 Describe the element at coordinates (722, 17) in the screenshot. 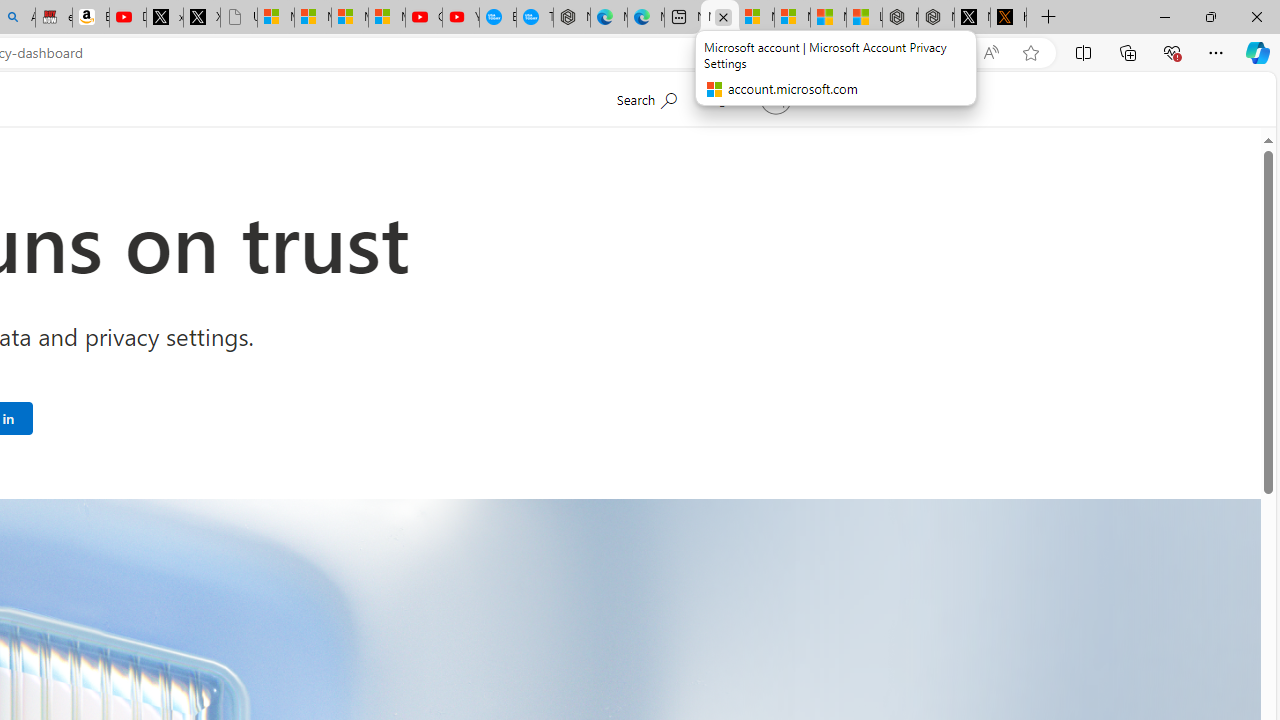

I see `'Close tab'` at that location.